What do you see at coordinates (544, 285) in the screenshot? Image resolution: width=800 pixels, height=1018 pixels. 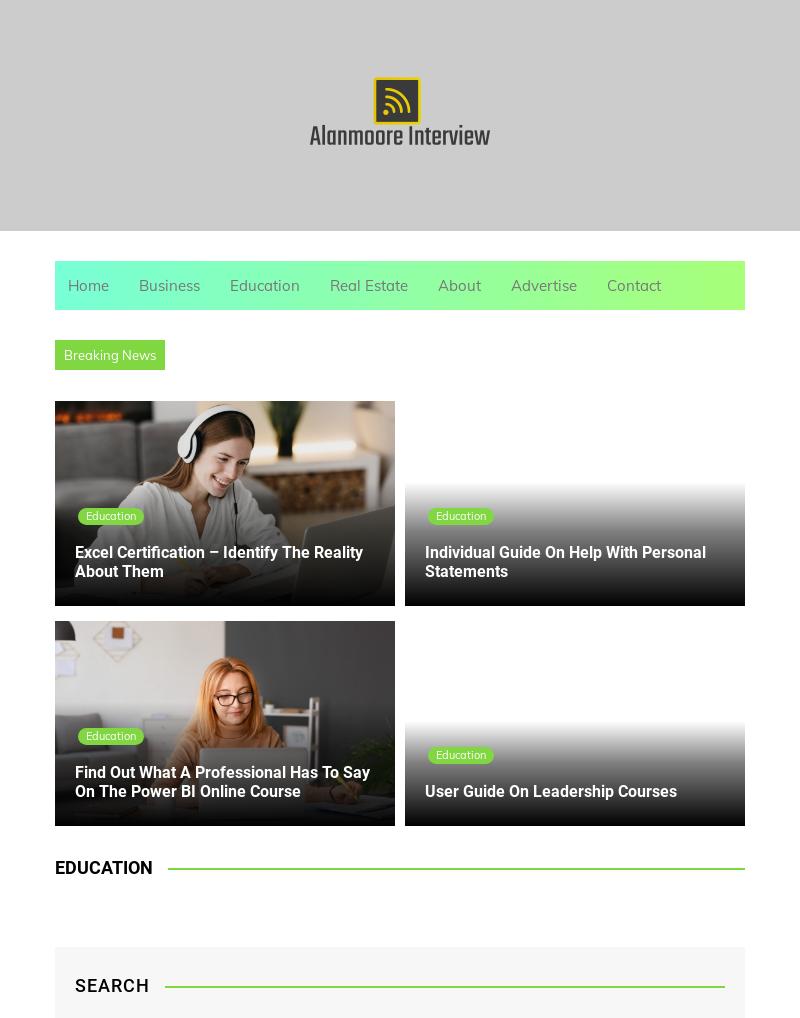 I see `'Advertise'` at bounding box center [544, 285].